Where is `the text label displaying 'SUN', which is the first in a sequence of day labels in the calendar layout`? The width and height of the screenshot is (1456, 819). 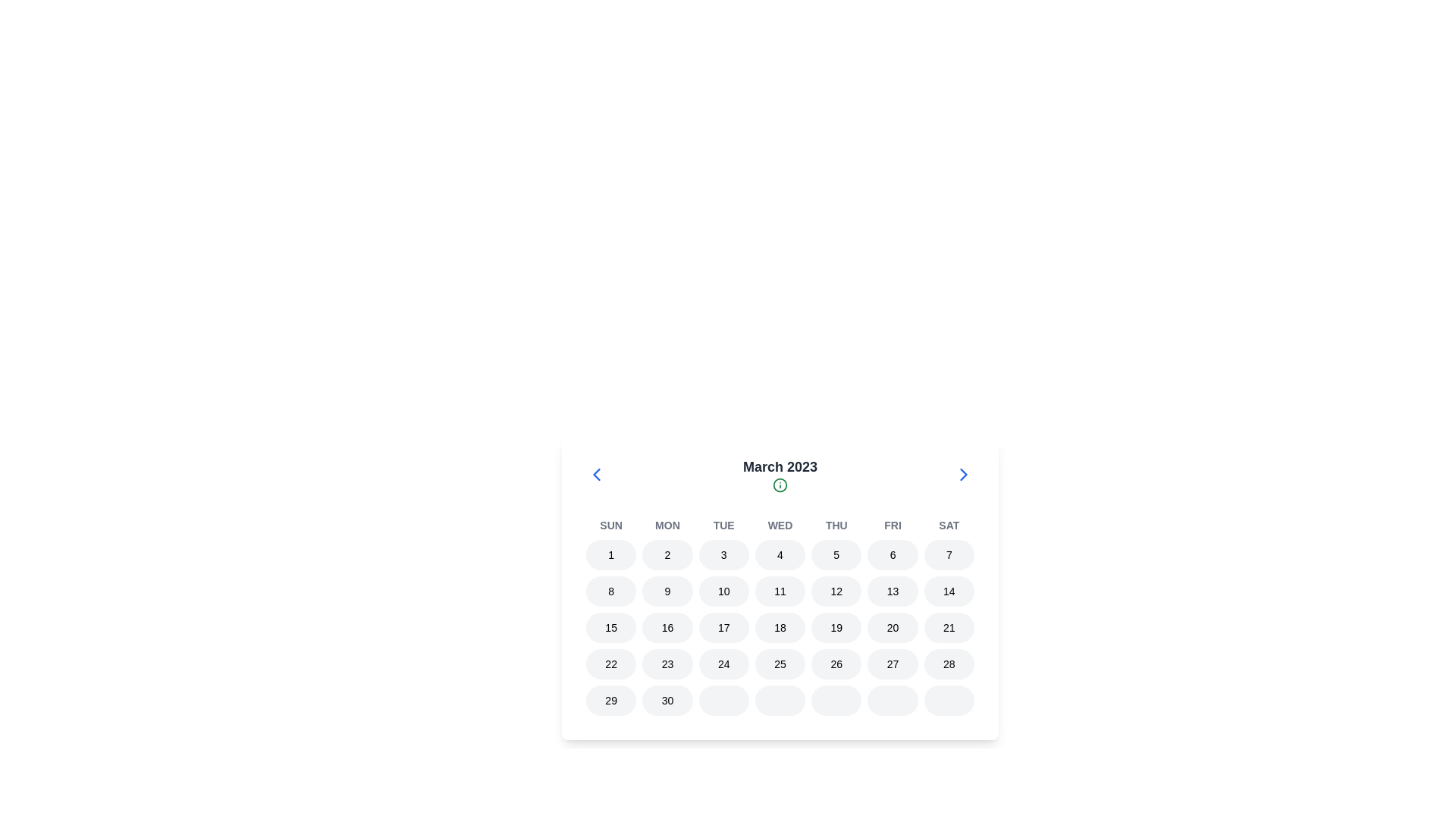 the text label displaying 'SUN', which is the first in a sequence of day labels in the calendar layout is located at coordinates (611, 525).